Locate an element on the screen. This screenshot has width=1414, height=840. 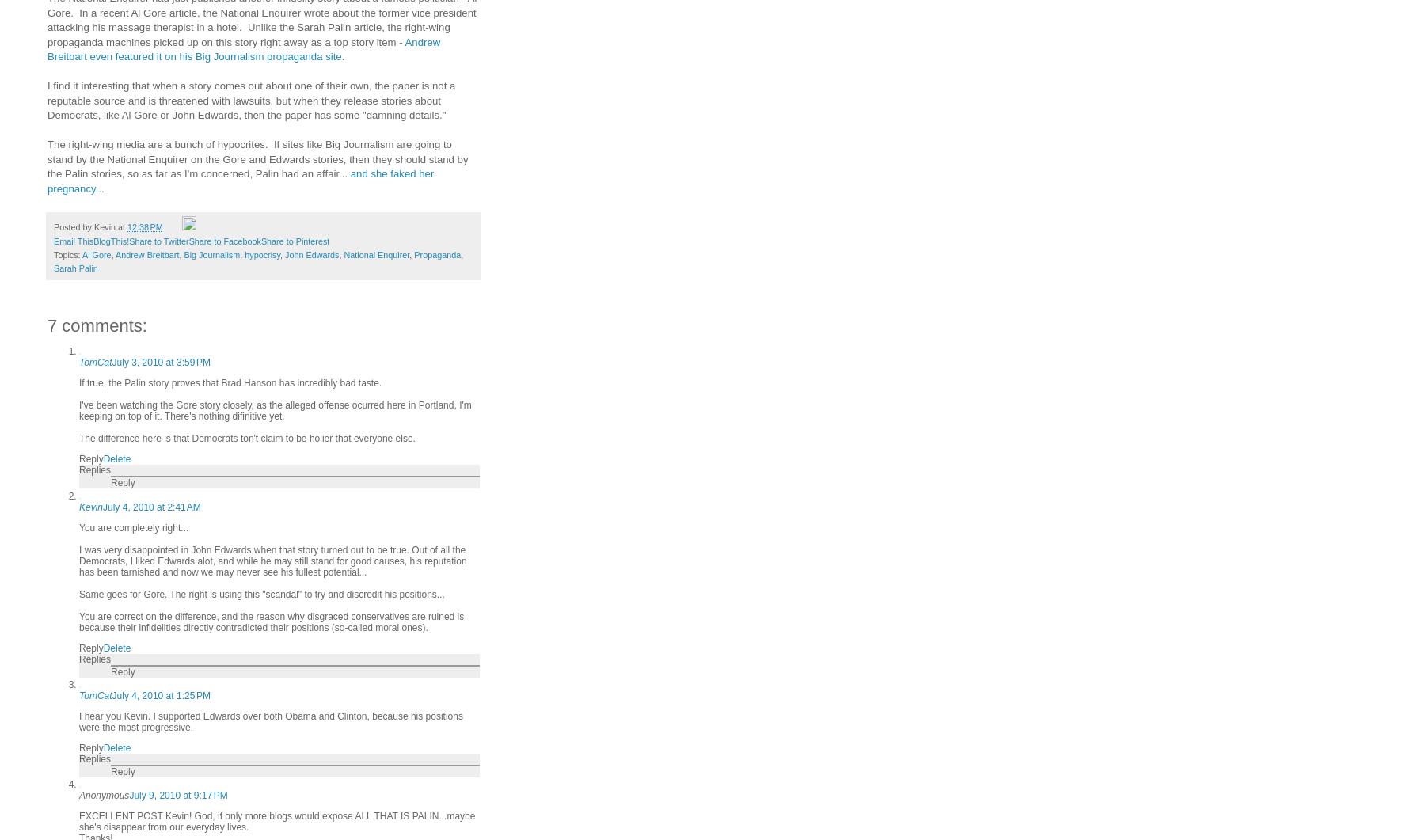
'I find it interesting that when a story comes out about one of their own, the paper is not a reputable source and is threatened with lawsuits, but when they release stories about Democrats, like Al Gore or John Edwards, then the paper has some "damning details."' is located at coordinates (251, 101).